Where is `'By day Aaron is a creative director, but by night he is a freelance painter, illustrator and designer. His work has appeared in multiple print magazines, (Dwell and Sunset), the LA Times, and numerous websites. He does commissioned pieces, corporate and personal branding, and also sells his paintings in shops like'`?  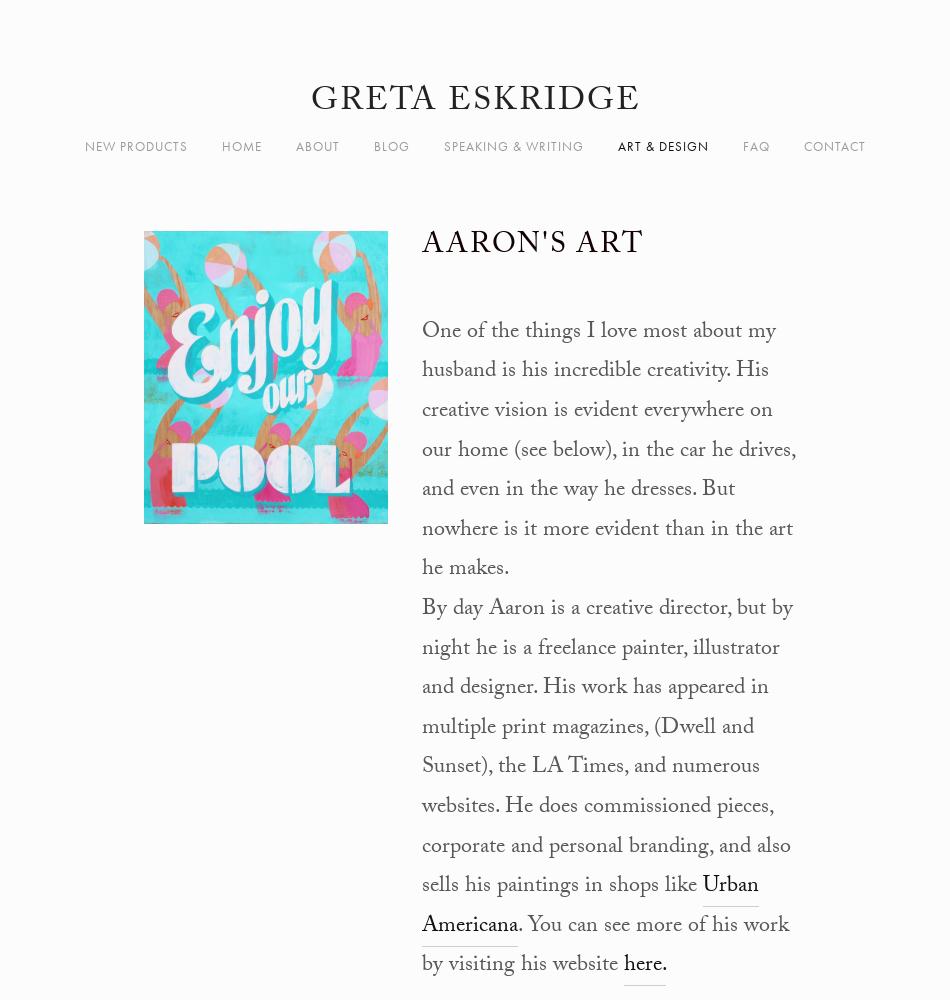 'By day Aaron is a creative director, but by night he is a freelance painter, illustrator and designer. His work has appeared in multiple print magazines, (Dwell and Sunset), the LA Times, and numerous websites. He does commissioned pieces, corporate and personal branding, and also sells his paintings in shops like' is located at coordinates (607, 747).